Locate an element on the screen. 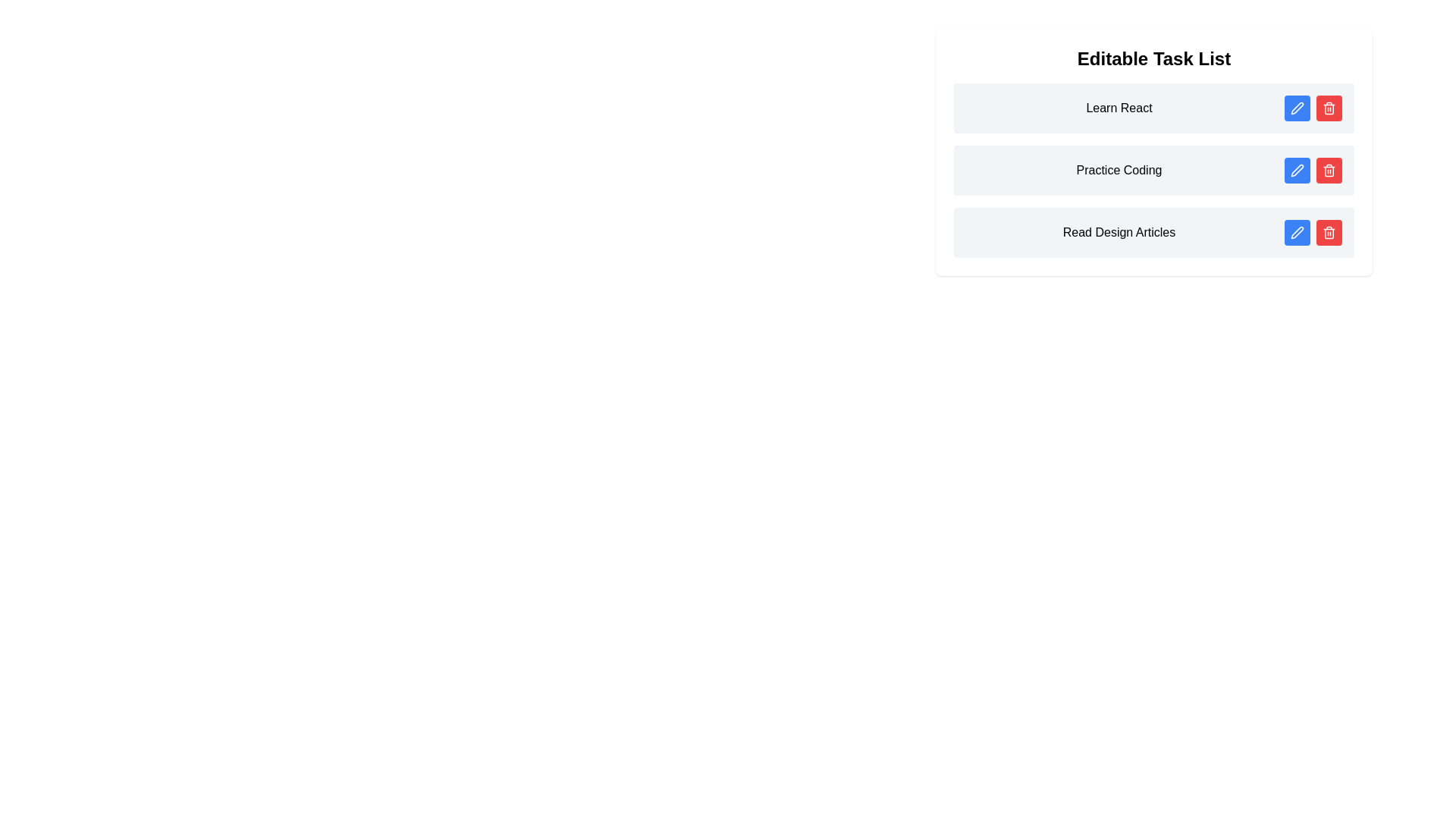 The height and width of the screenshot is (819, 1456). the delete button, which is the third button in the series of action buttons located to the right side of the third item in the task list is located at coordinates (1328, 233).